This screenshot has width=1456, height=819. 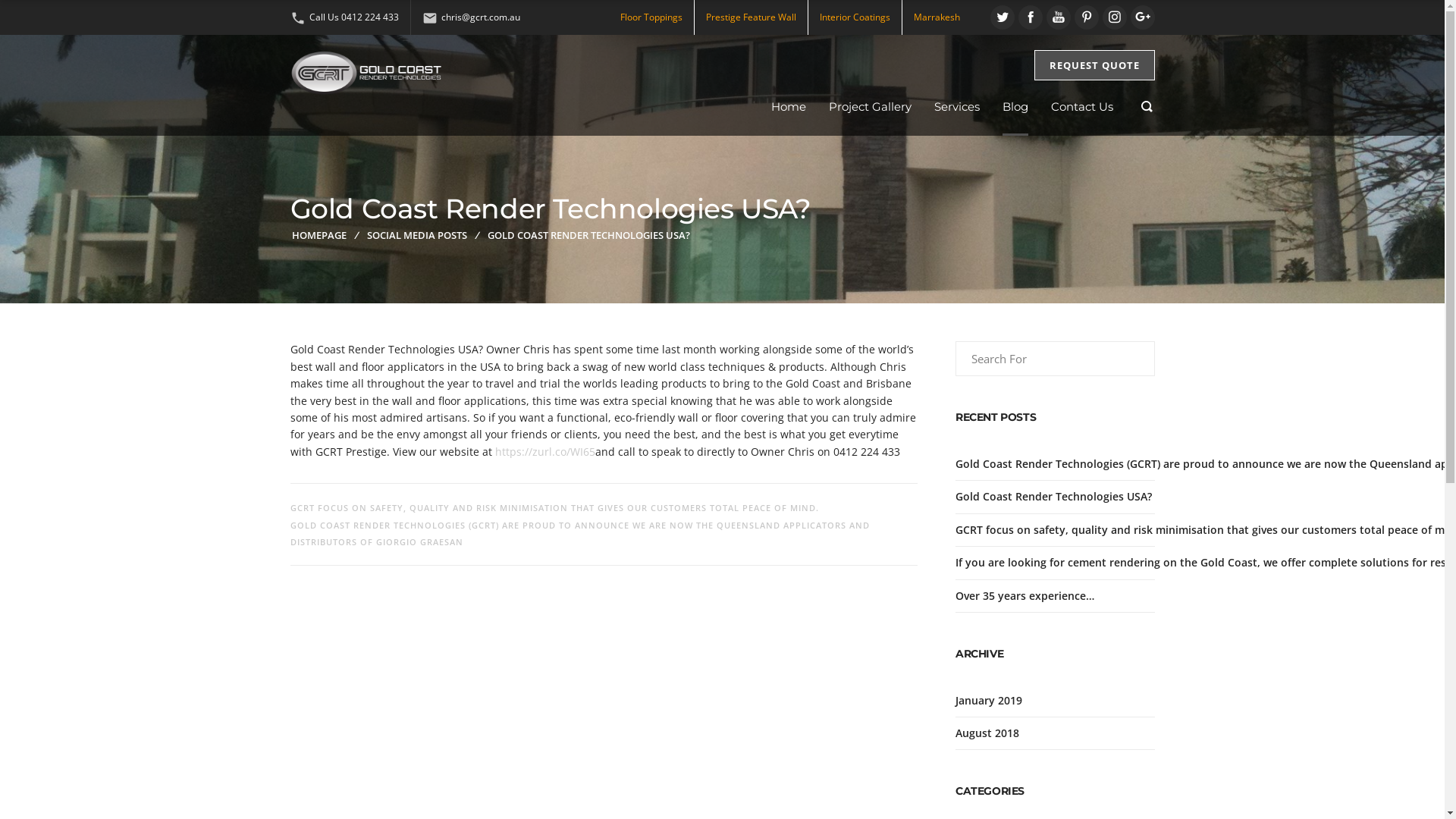 I want to click on 'Contact Us', so click(x=1081, y=107).